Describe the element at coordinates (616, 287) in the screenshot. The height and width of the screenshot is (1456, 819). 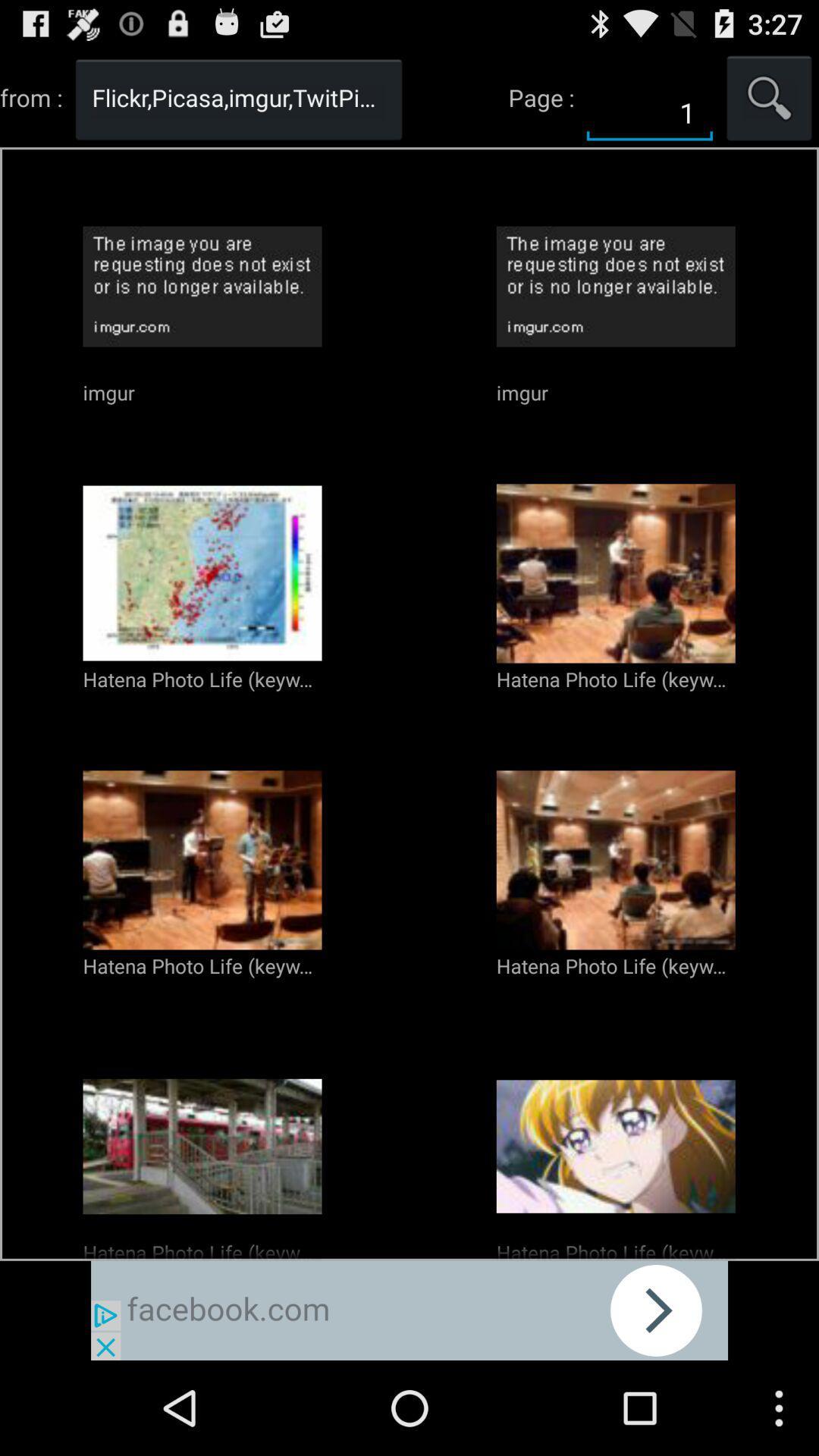
I see `the first image in the second column` at that location.